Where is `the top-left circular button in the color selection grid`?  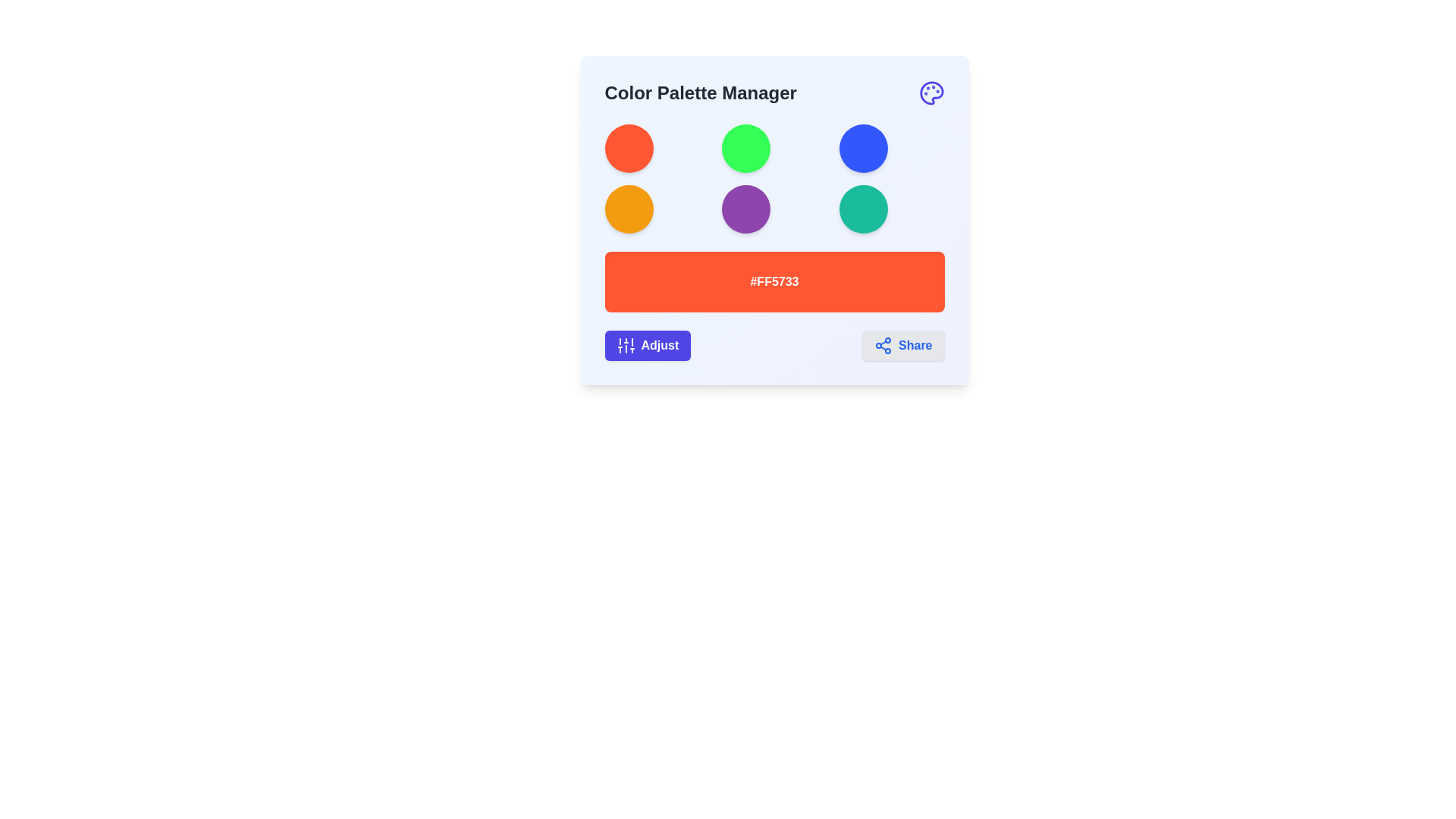
the top-left circular button in the color selection grid is located at coordinates (629, 149).